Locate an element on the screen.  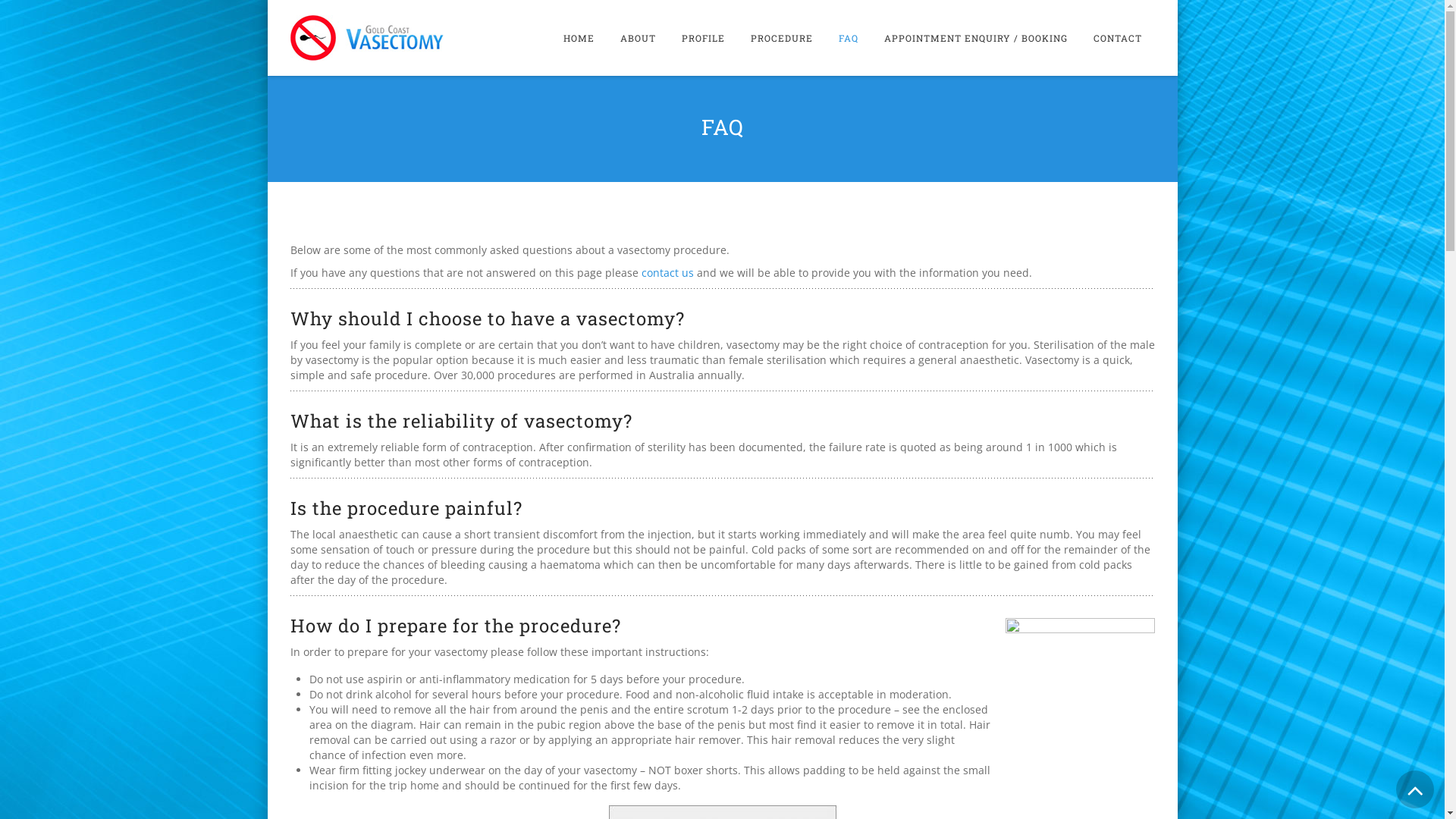
'APPOINTMENT ENQUIRY / BOOKING' is located at coordinates (975, 37).